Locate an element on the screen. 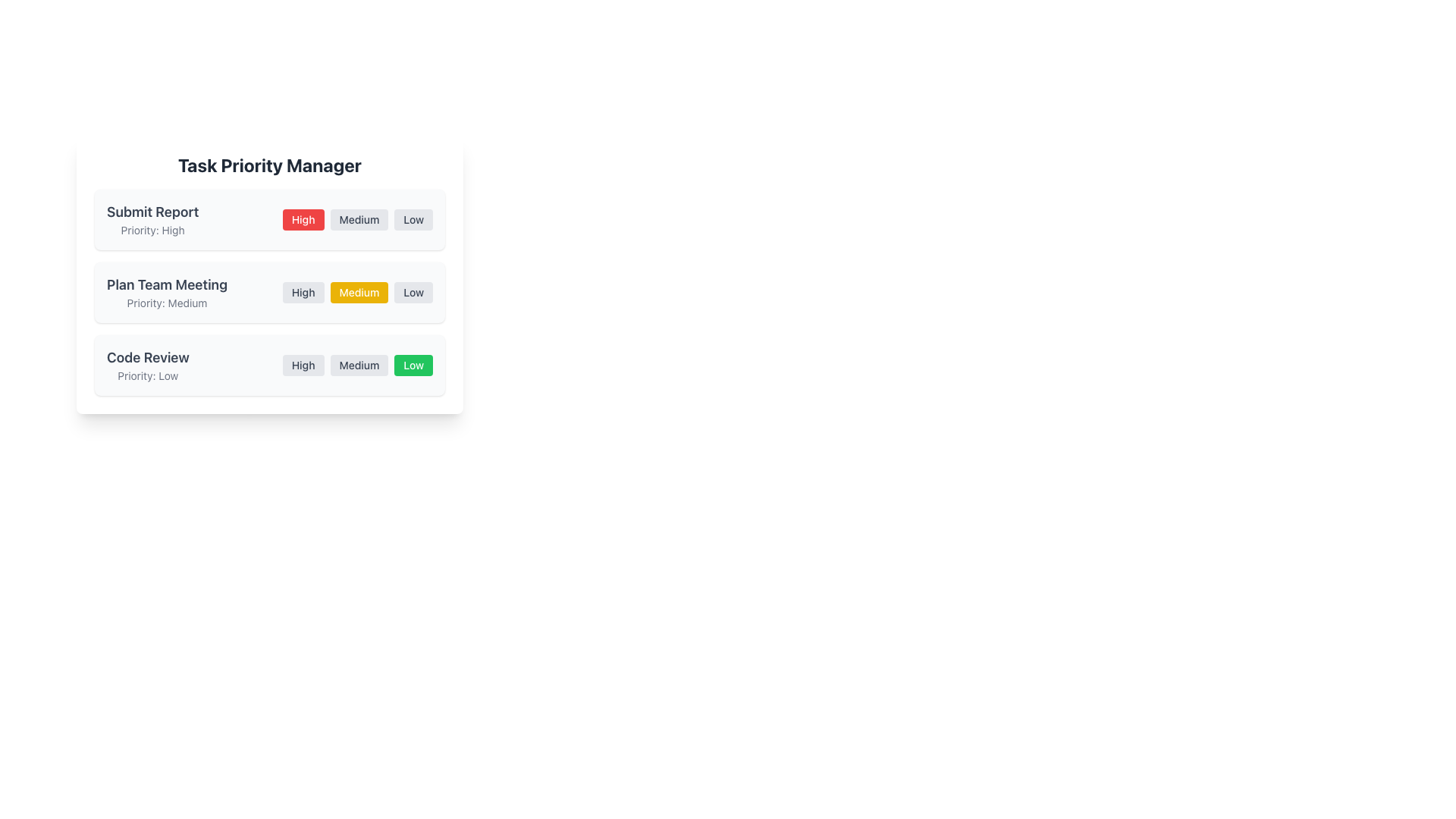  the Text Display element that shows the task name 'Plan Team Meeting' and its priority level 'Medium' in the 'Task Priority Manager' card is located at coordinates (167, 292).